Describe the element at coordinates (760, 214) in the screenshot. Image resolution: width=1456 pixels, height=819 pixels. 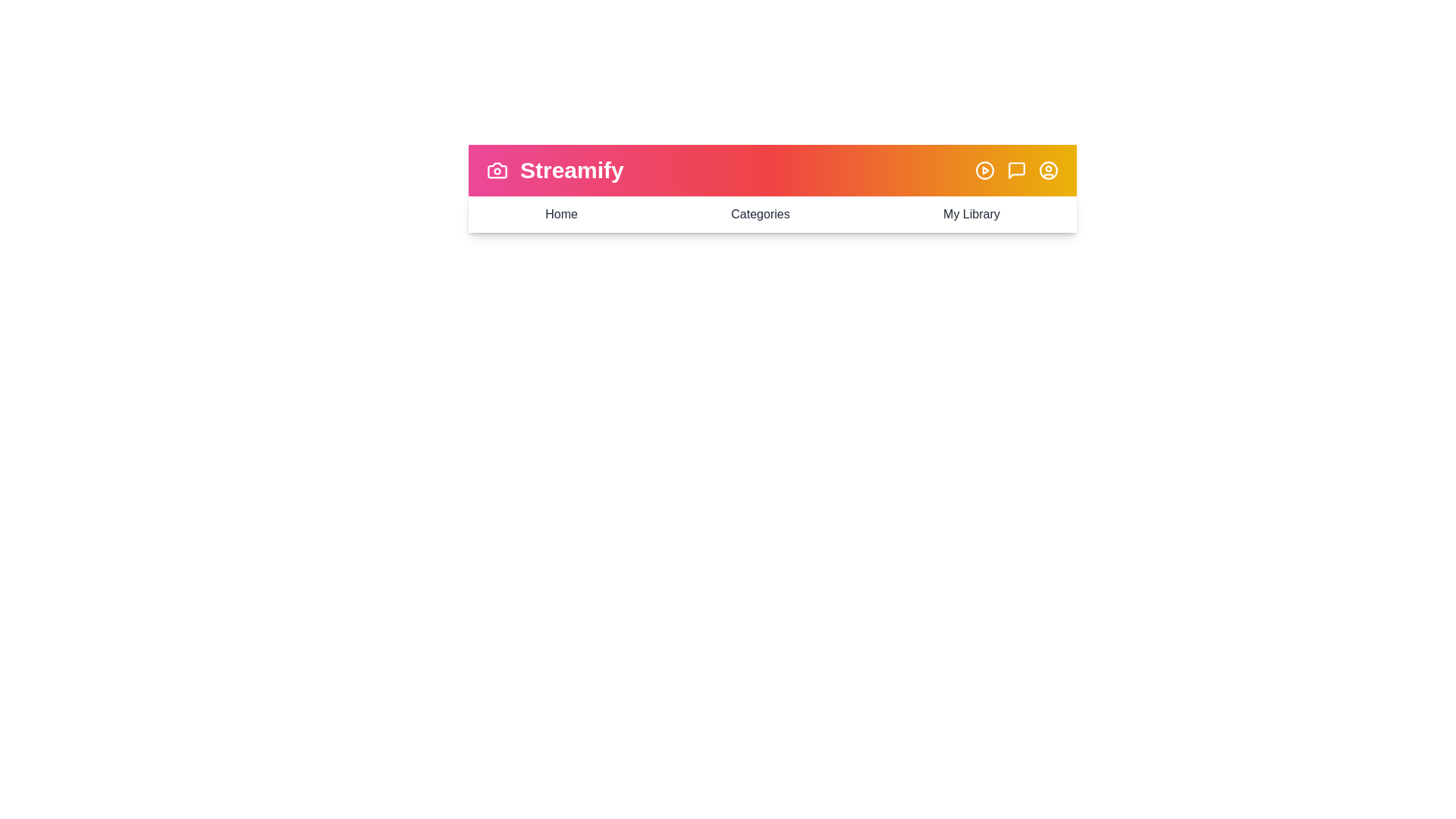
I see `the 'Categories' menu item to navigate to the Categories view` at that location.